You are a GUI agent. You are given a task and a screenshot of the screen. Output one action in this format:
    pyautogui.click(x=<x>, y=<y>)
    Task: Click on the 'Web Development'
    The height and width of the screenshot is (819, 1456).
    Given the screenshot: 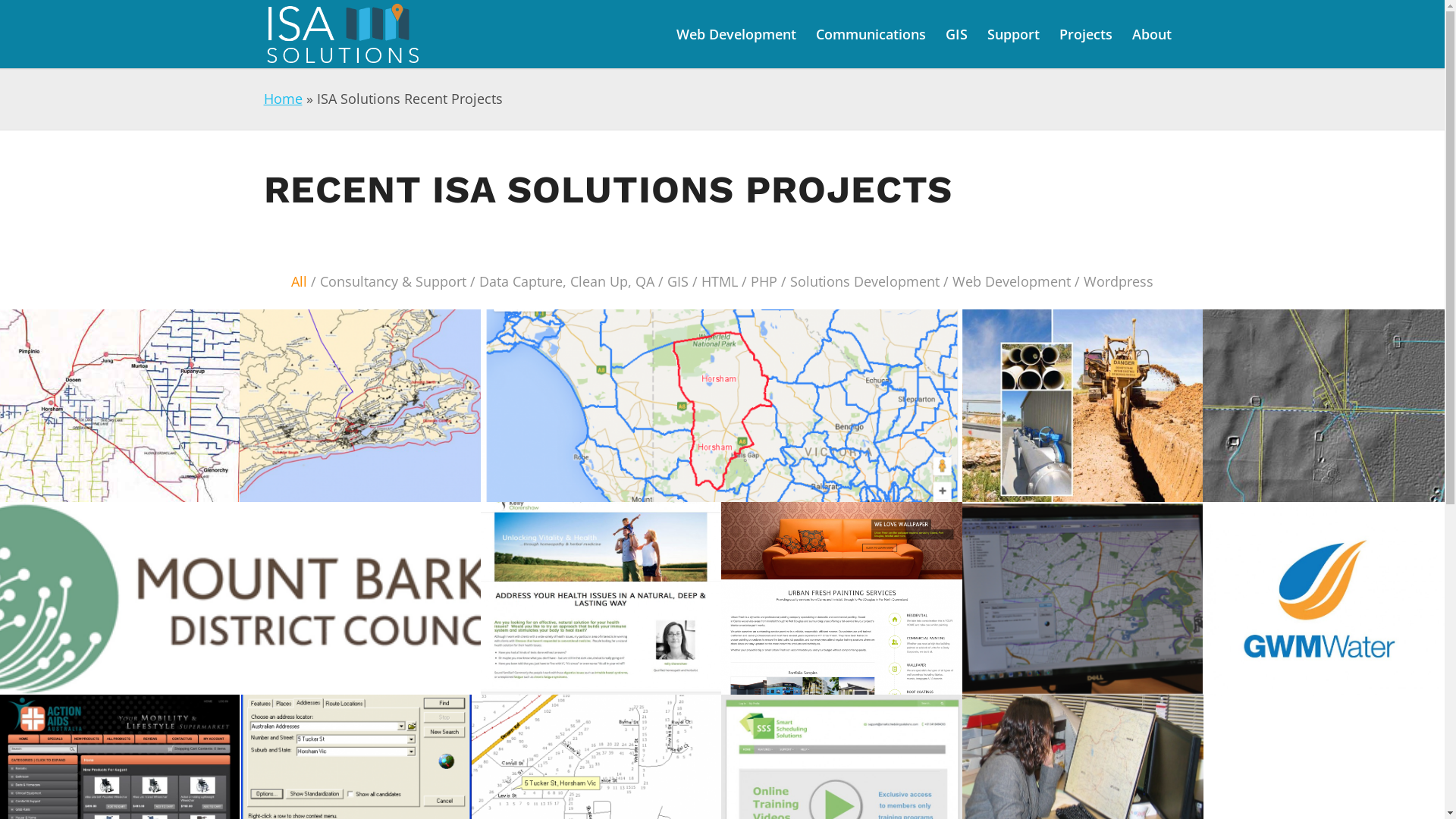 What is the action you would take?
    pyautogui.click(x=735, y=34)
    